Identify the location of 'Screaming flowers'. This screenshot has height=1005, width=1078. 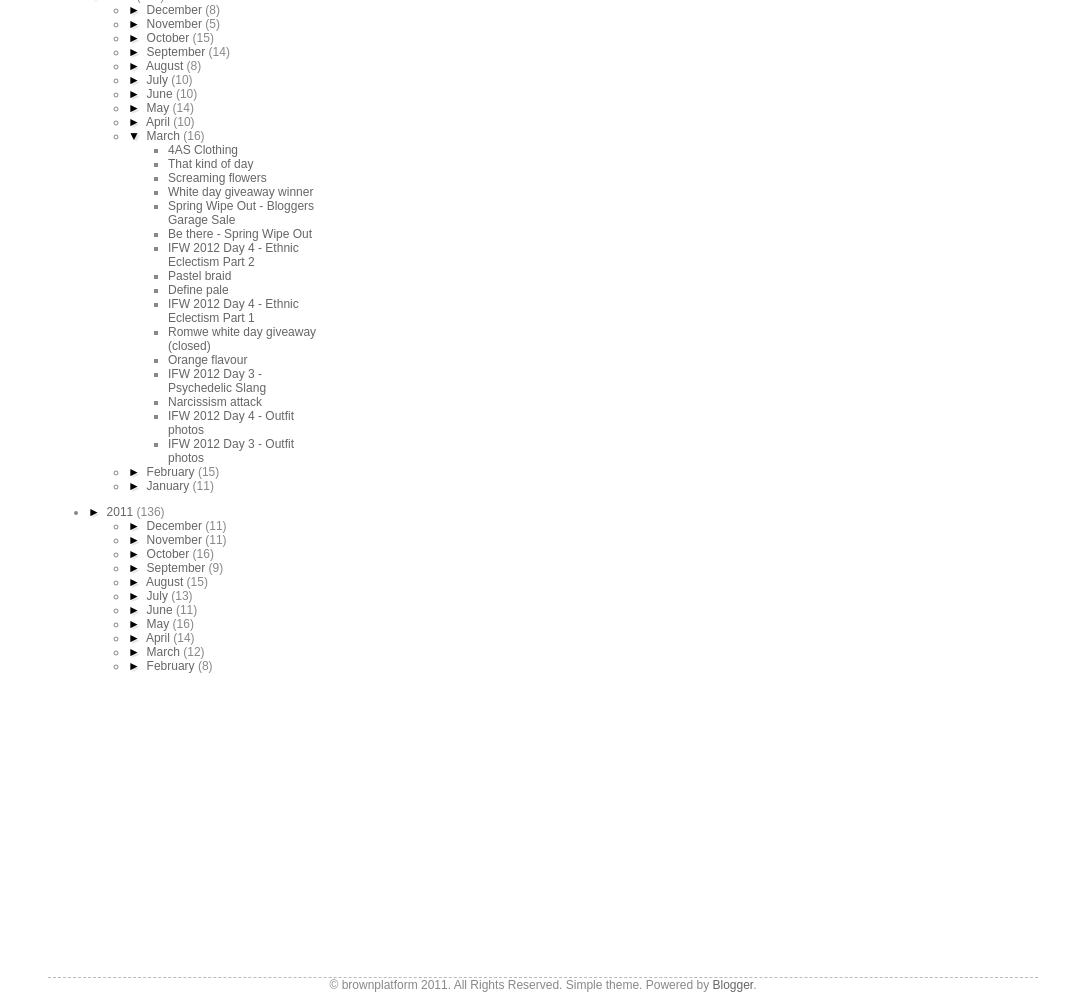
(217, 175).